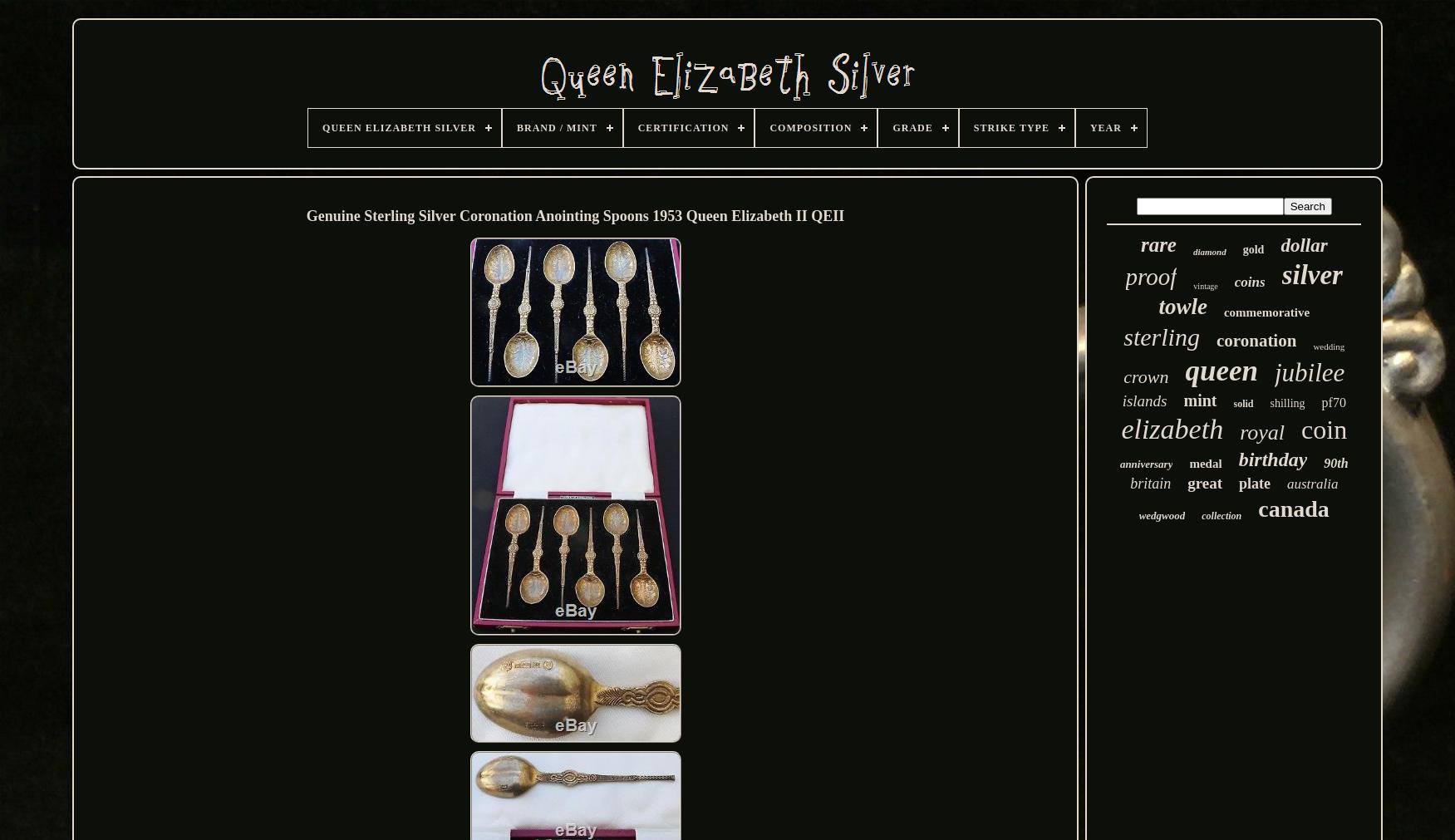 The image size is (1455, 840). I want to click on 'jubilee', so click(1308, 371).